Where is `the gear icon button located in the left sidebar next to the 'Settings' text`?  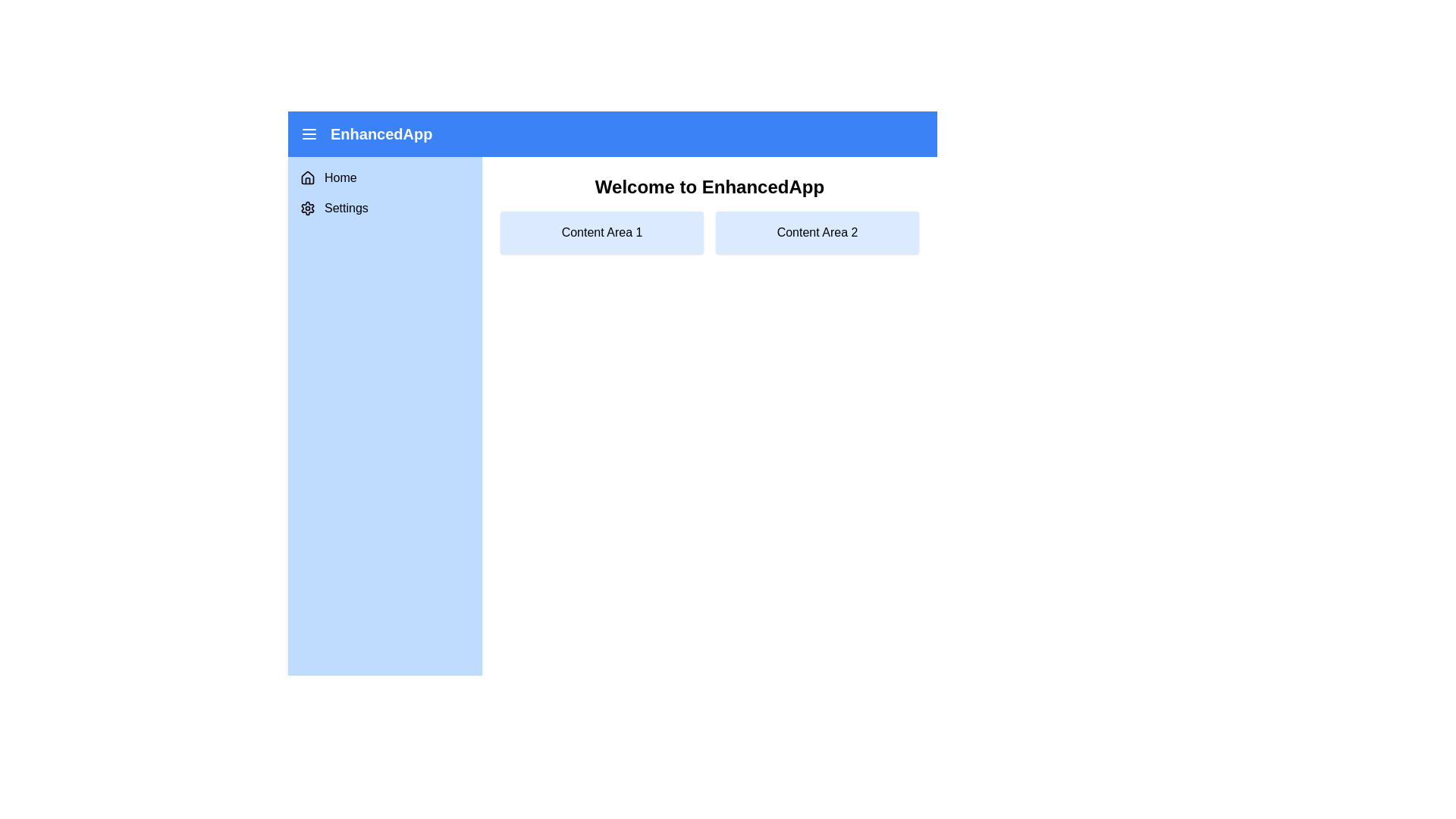
the gear icon button located in the left sidebar next to the 'Settings' text is located at coordinates (307, 208).